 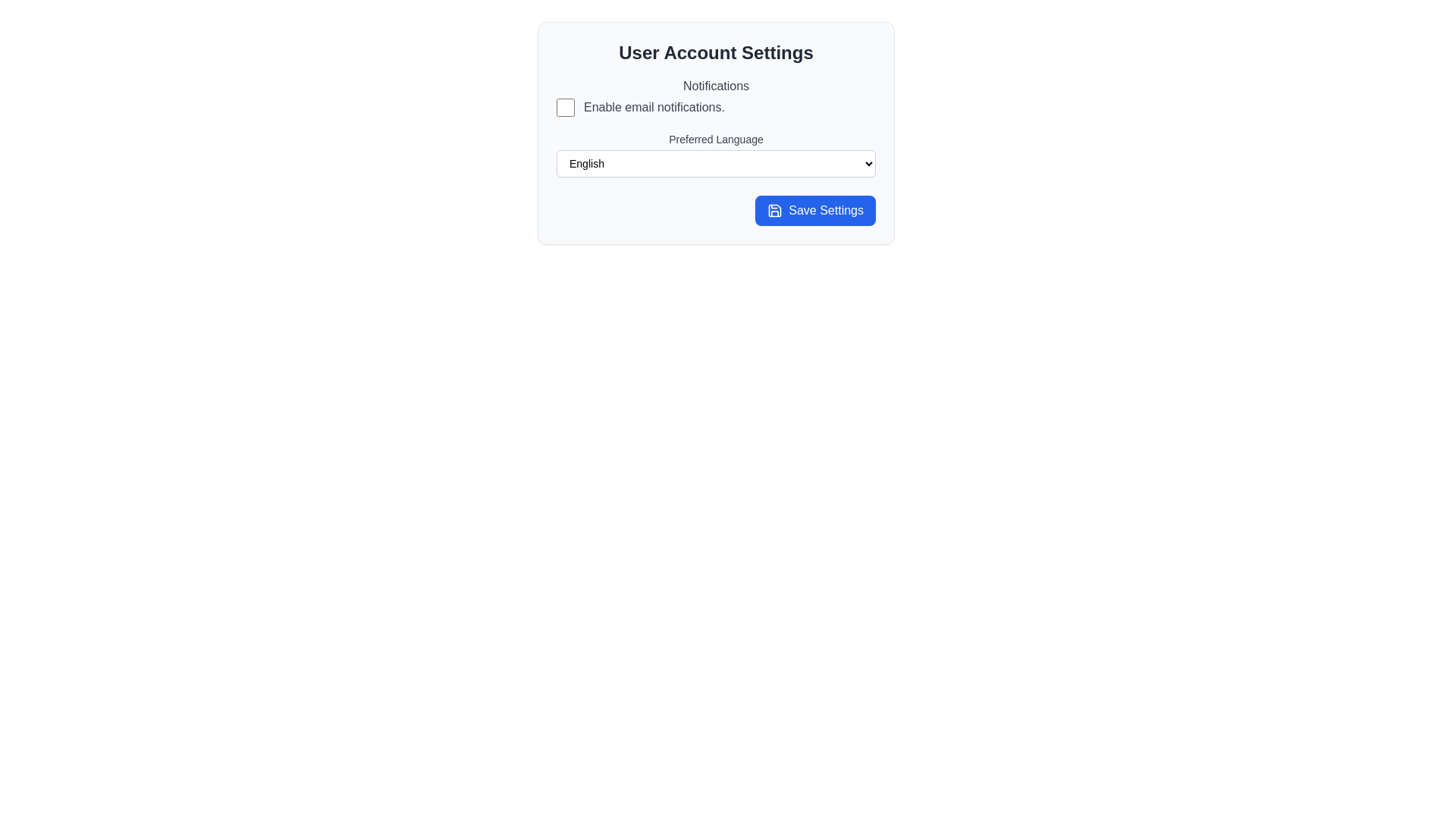 I want to click on the label associated with the checkbox for email notifications, so click(x=715, y=107).